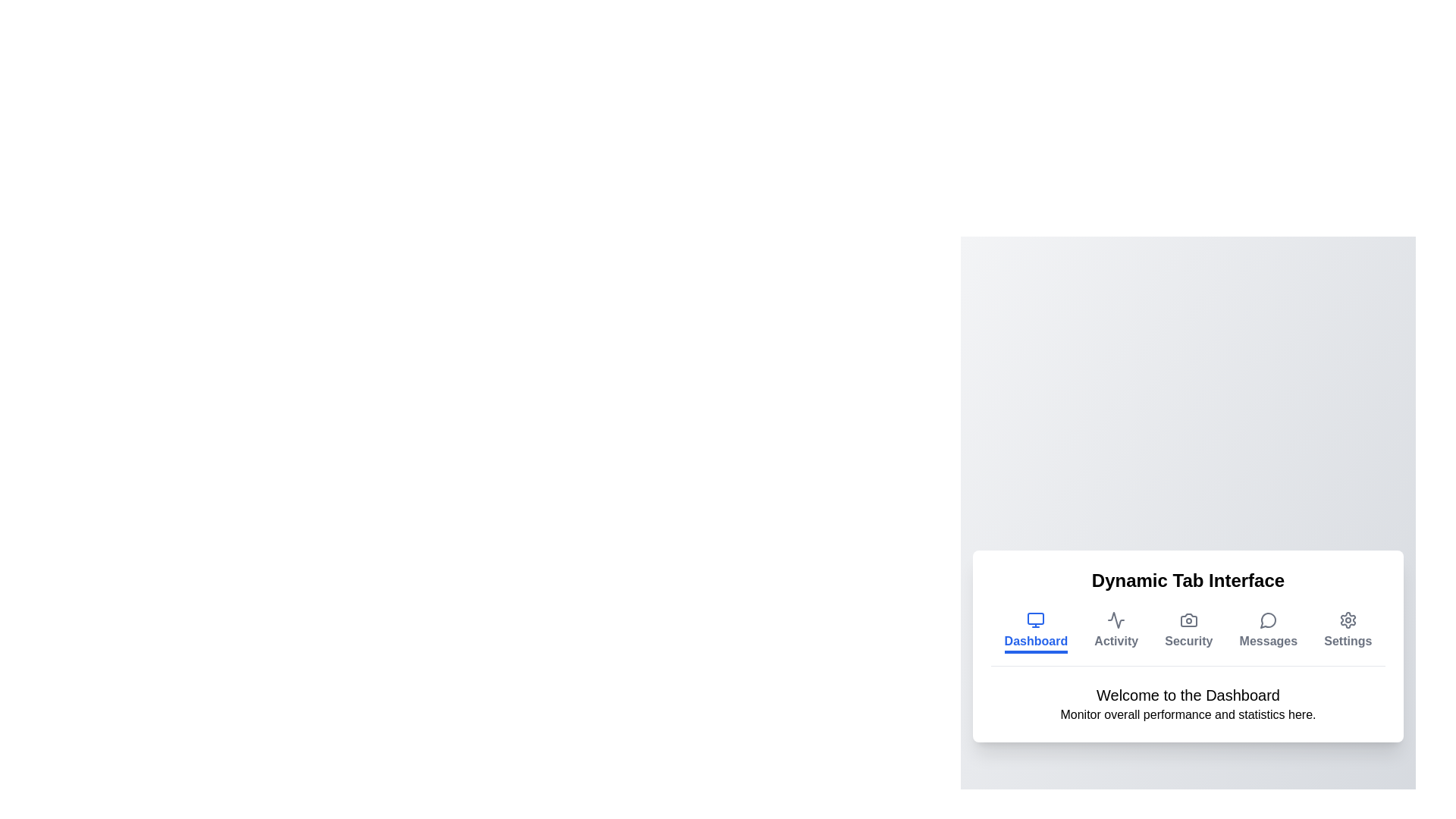 The height and width of the screenshot is (819, 1456). I want to click on the 'Security' tab button, located, so click(1187, 646).